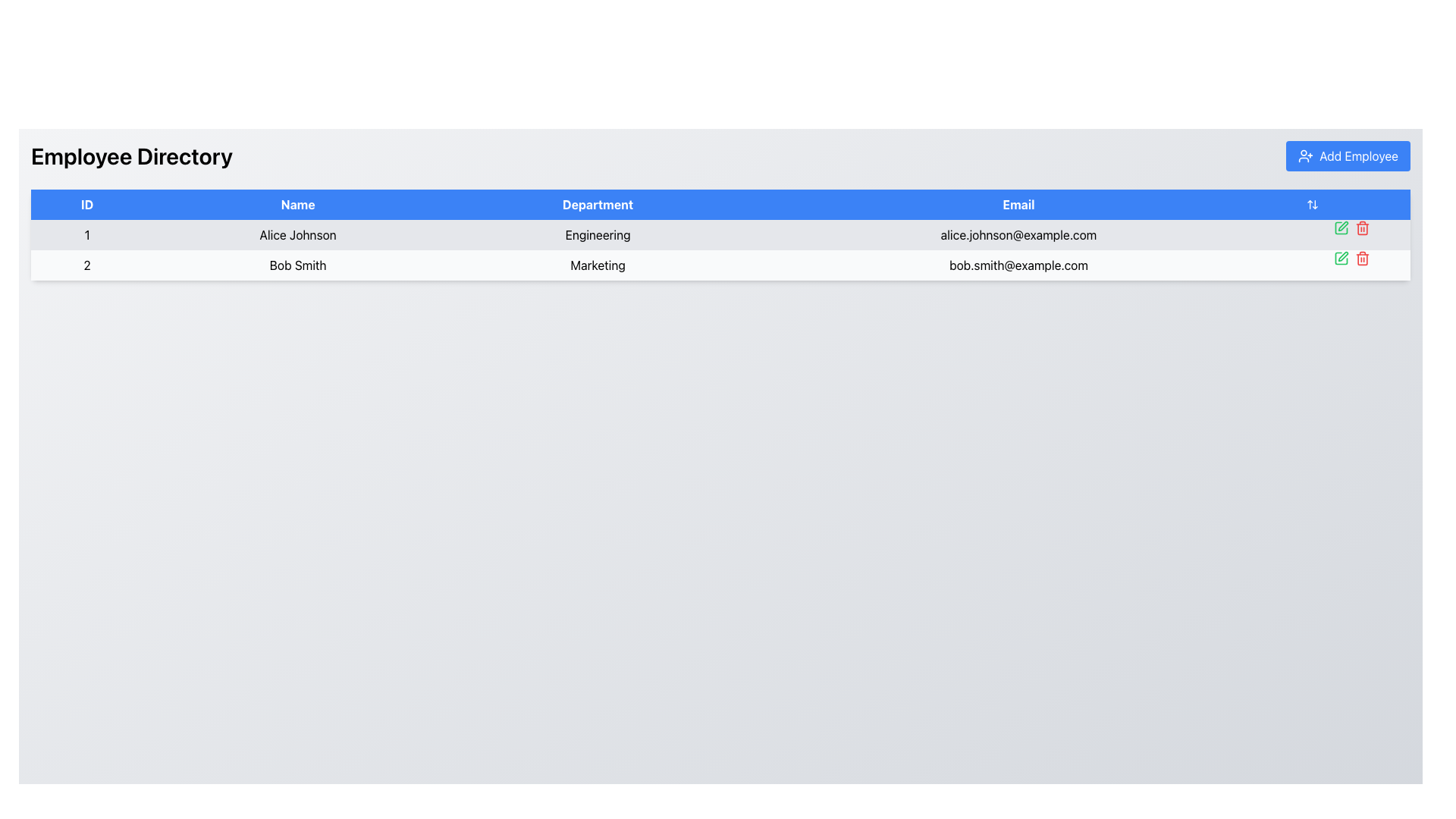  I want to click on the table cell containing the digit '1' in the 'ID' column, which is located in the first row of the table and directly above the name 'Alice Johnson', so click(86, 234).